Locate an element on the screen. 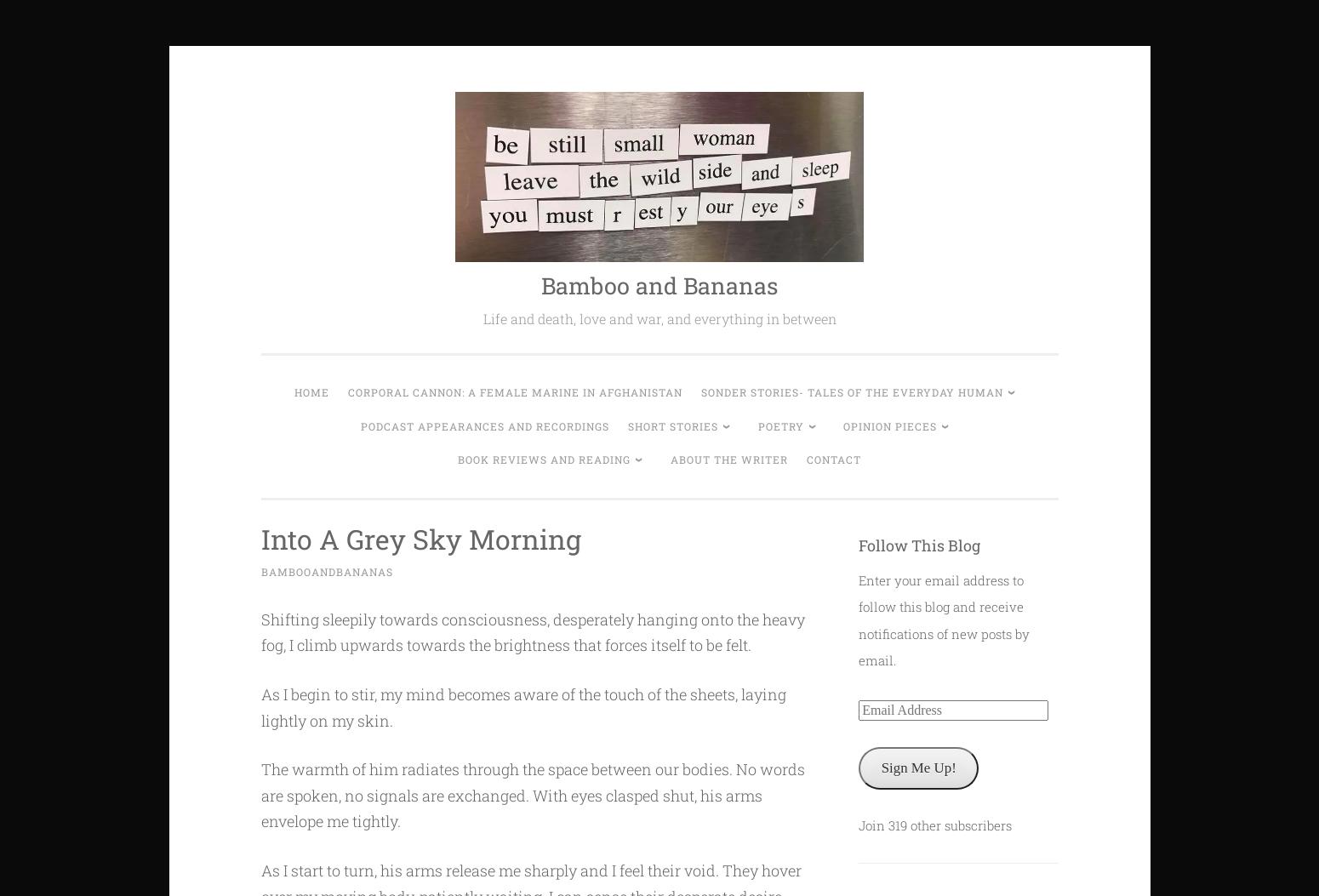  'Join 319 other subscribers' is located at coordinates (934, 825).